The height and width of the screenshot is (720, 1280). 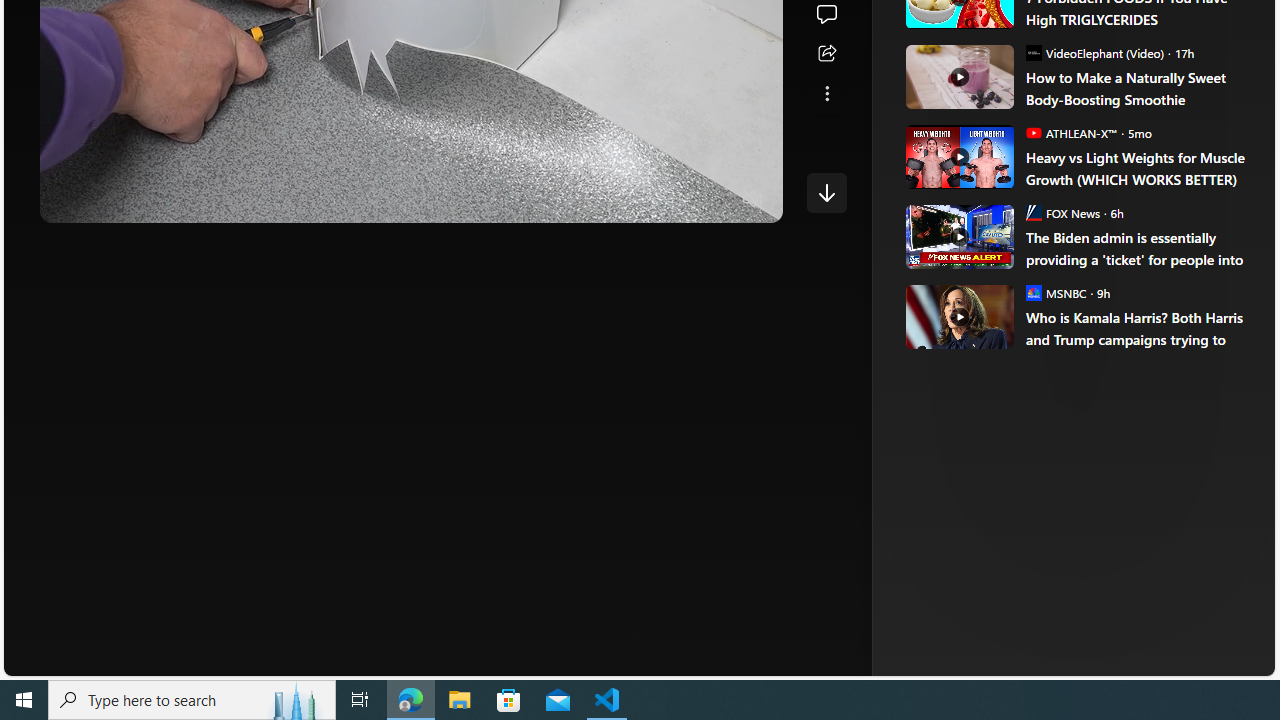 What do you see at coordinates (826, 53) in the screenshot?
I see `'Share this story'` at bounding box center [826, 53].